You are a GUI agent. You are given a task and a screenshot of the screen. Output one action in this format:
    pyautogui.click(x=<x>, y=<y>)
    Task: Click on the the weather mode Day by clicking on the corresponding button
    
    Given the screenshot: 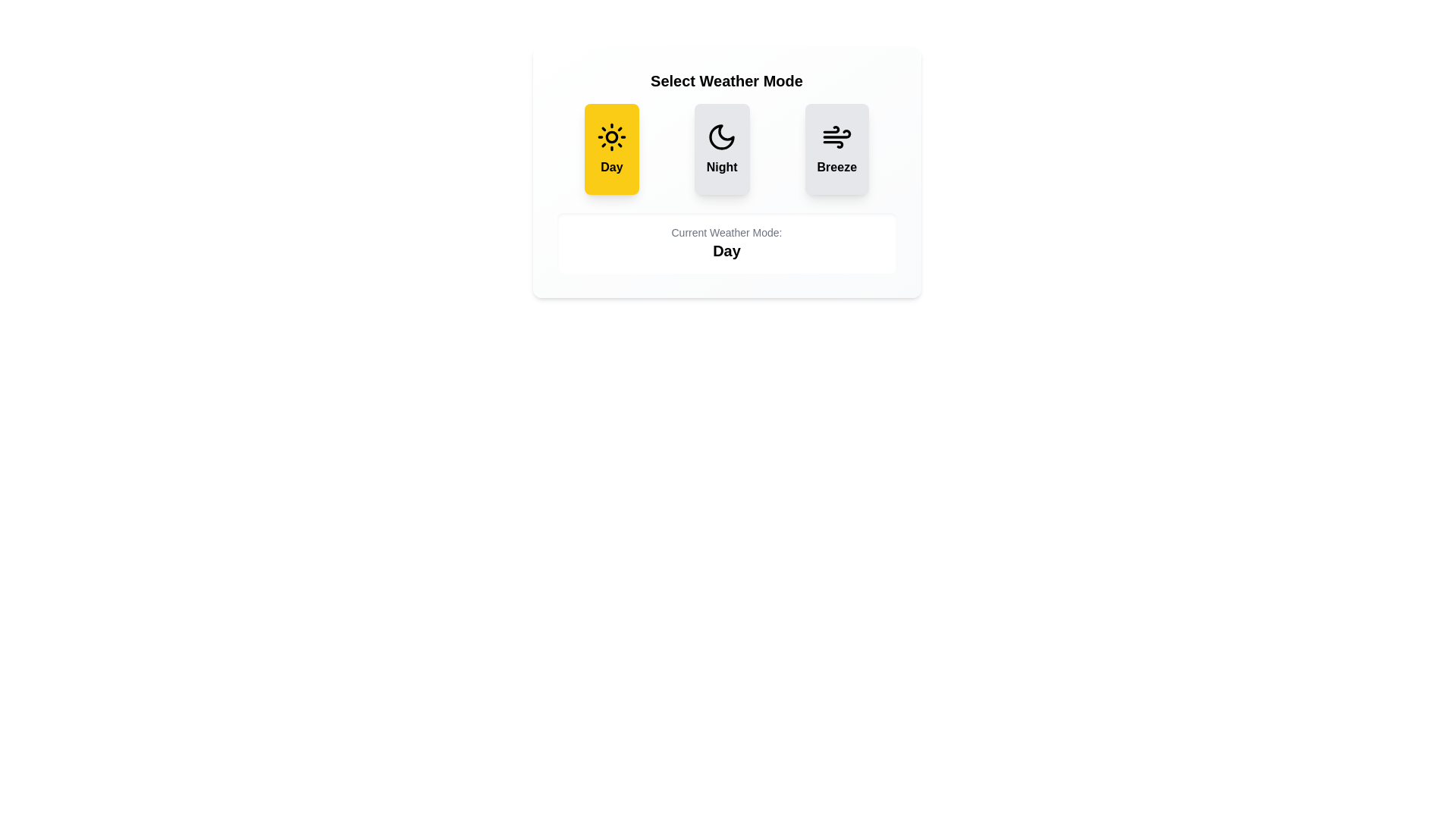 What is the action you would take?
    pyautogui.click(x=611, y=149)
    